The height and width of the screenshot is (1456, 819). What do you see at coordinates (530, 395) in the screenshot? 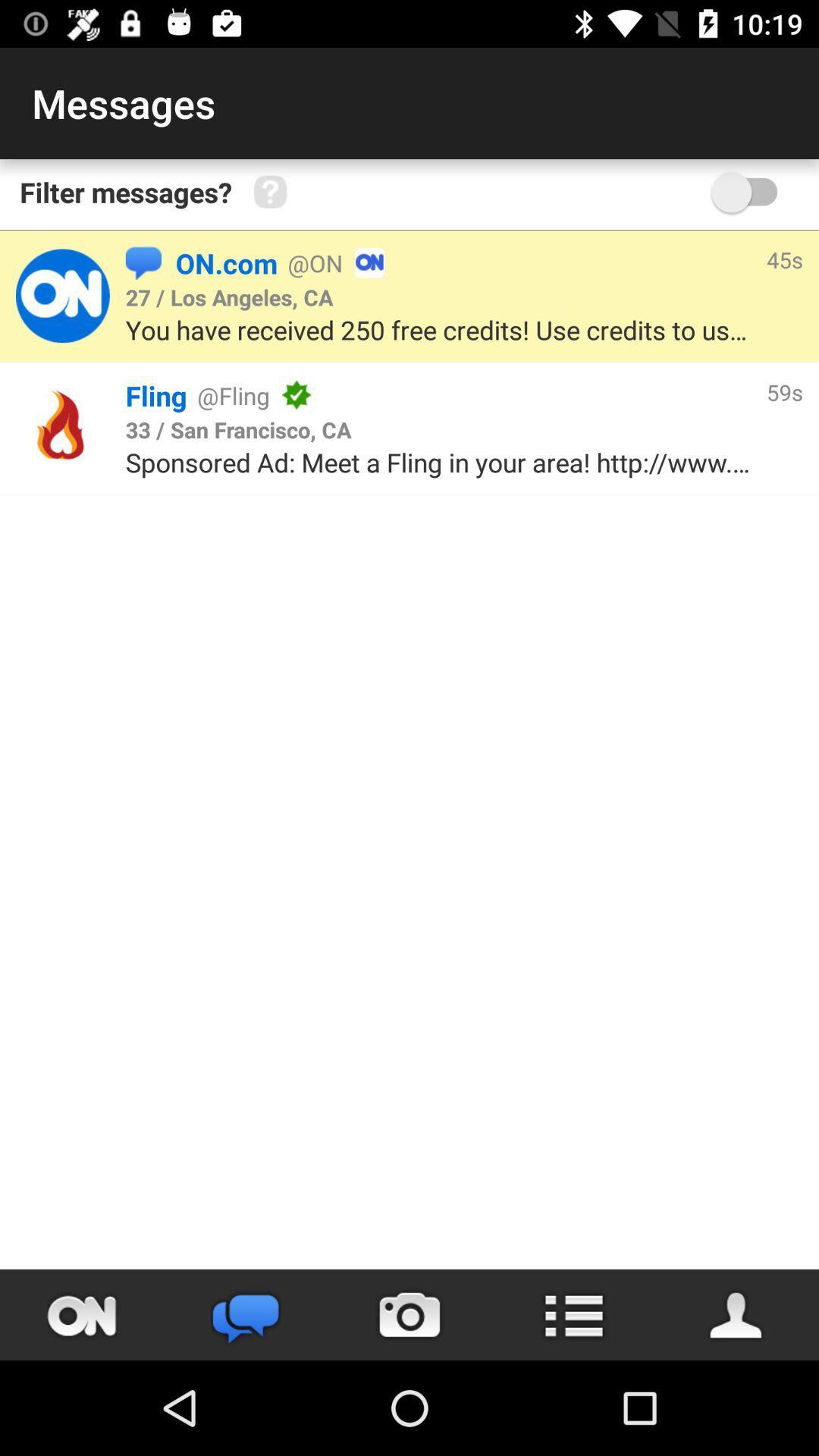
I see `the item to the left of 59s item` at bounding box center [530, 395].